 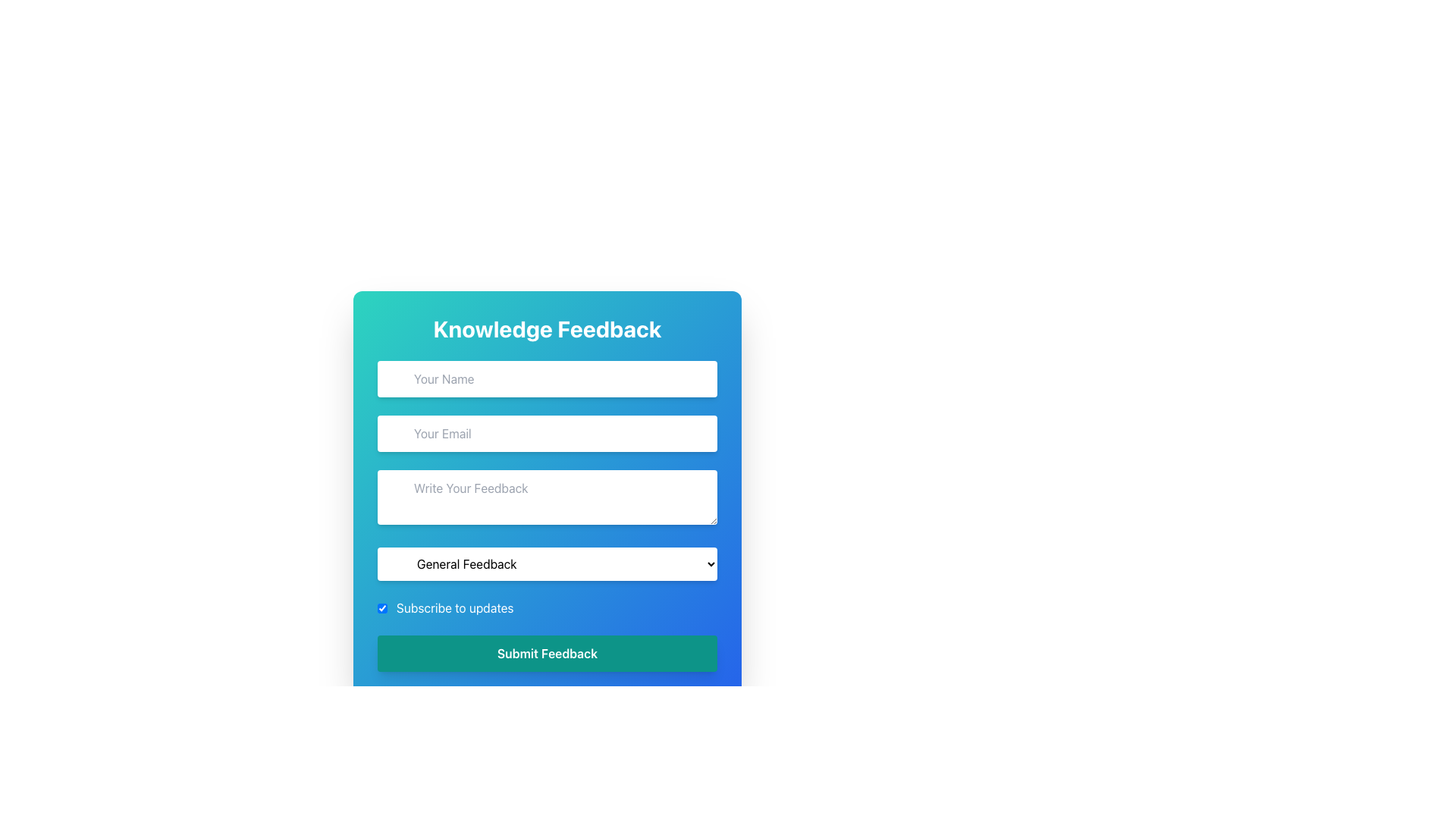 I want to click on the 'Submit Feedback' button with a teal background and white bold text, so click(x=546, y=652).